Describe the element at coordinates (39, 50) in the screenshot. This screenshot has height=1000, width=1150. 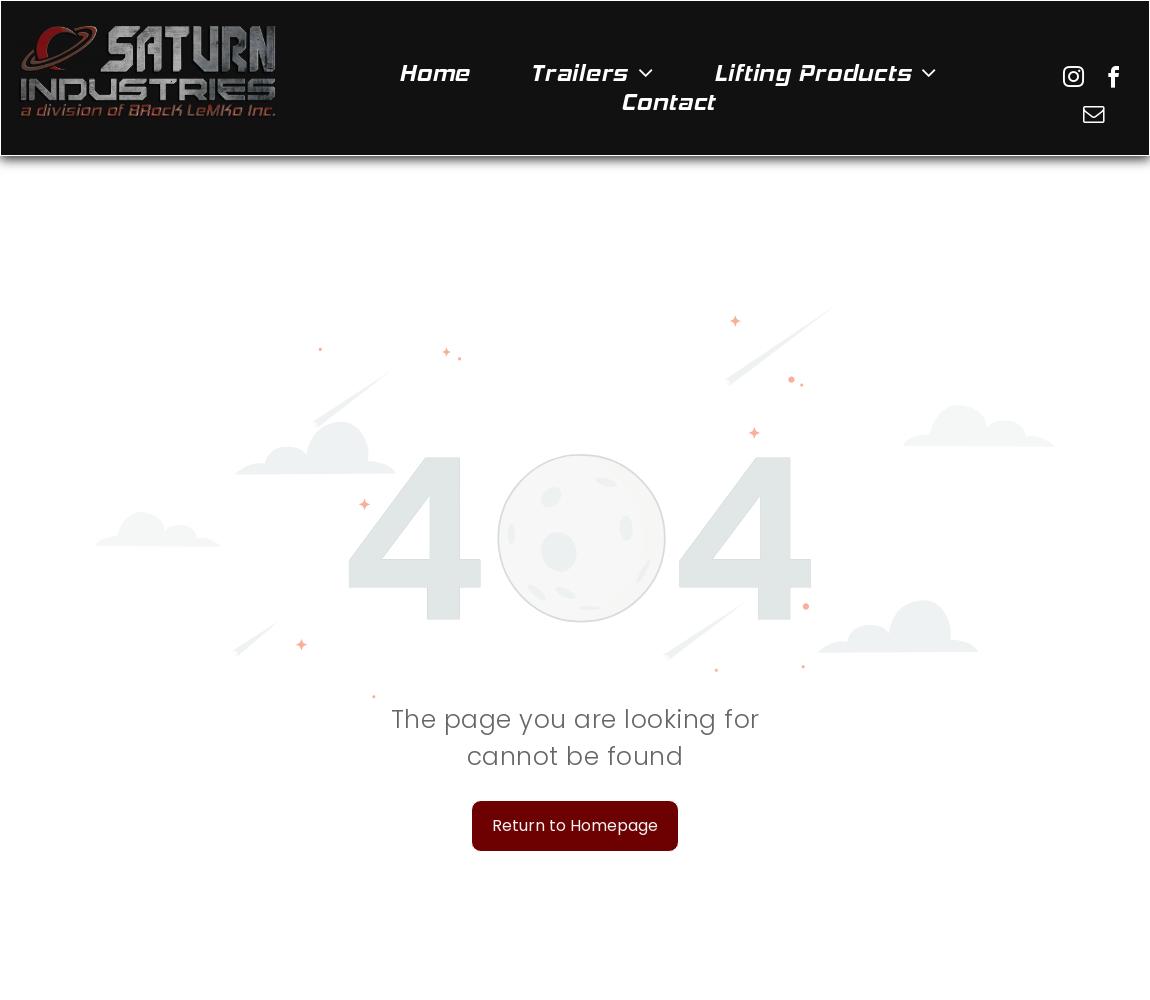
I see `'Share by:'` at that location.